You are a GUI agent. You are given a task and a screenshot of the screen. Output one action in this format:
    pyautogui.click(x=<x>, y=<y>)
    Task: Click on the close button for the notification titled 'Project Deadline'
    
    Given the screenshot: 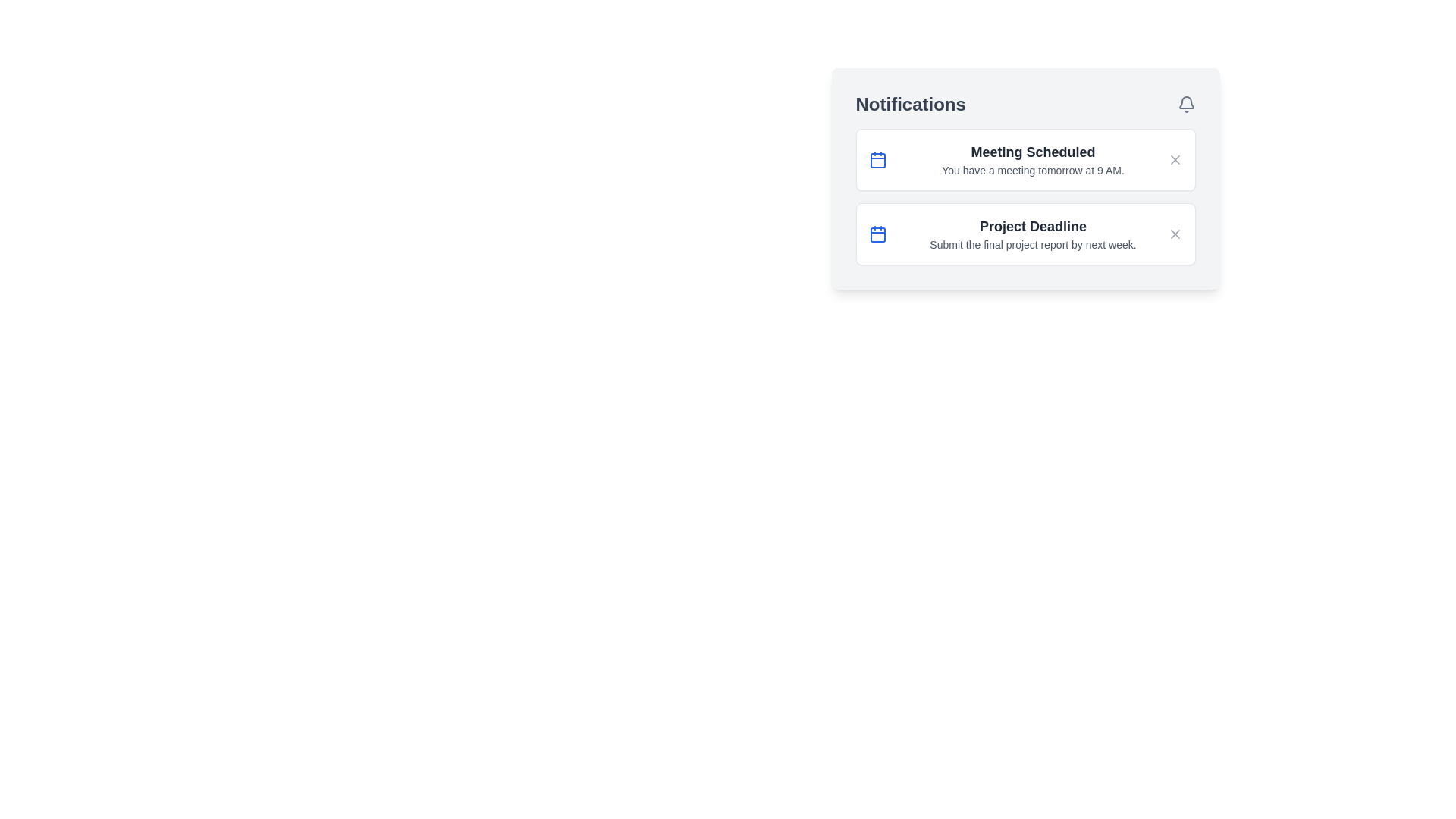 What is the action you would take?
    pyautogui.click(x=1174, y=234)
    